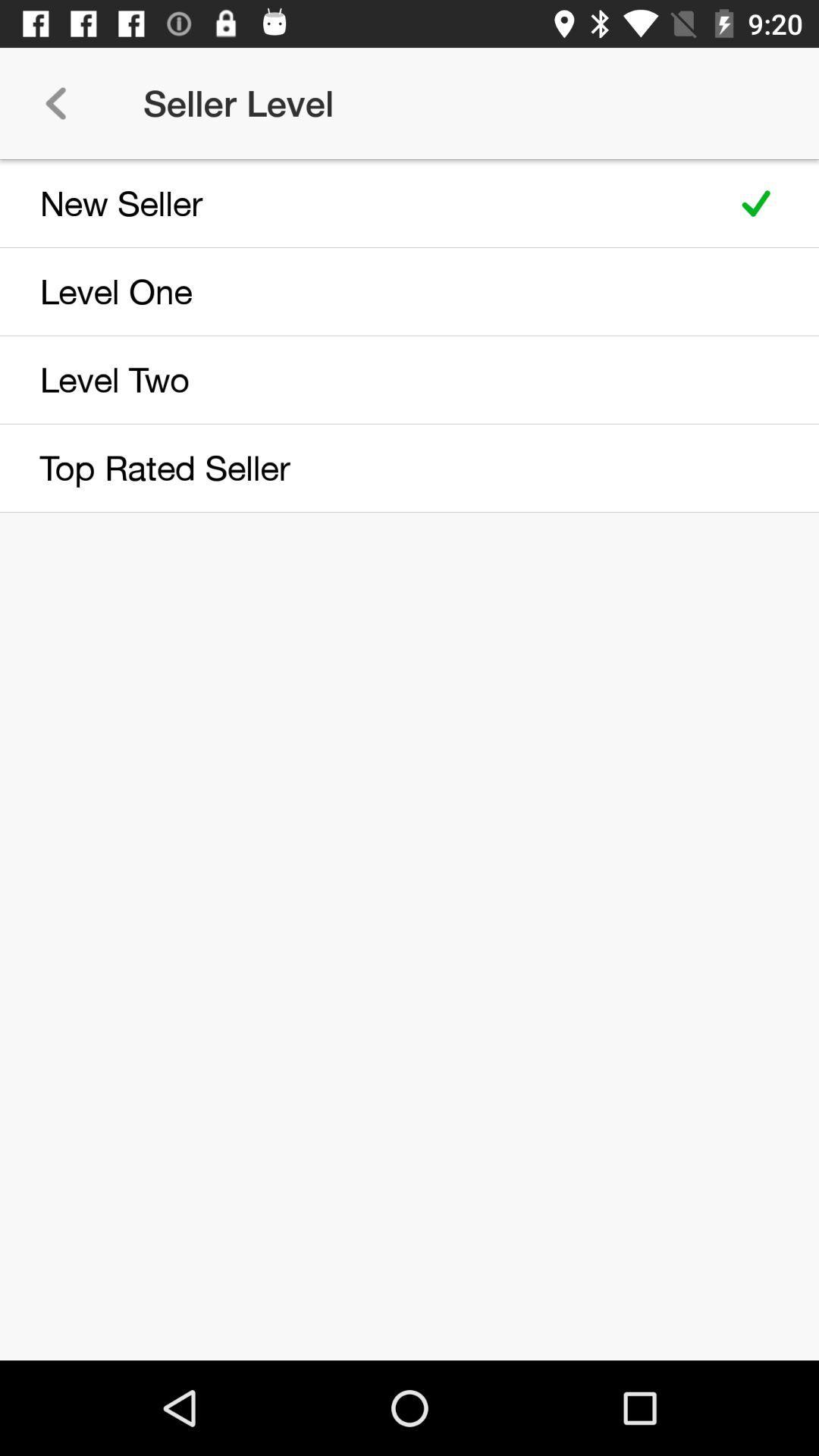  I want to click on icon below level two icon, so click(358, 467).